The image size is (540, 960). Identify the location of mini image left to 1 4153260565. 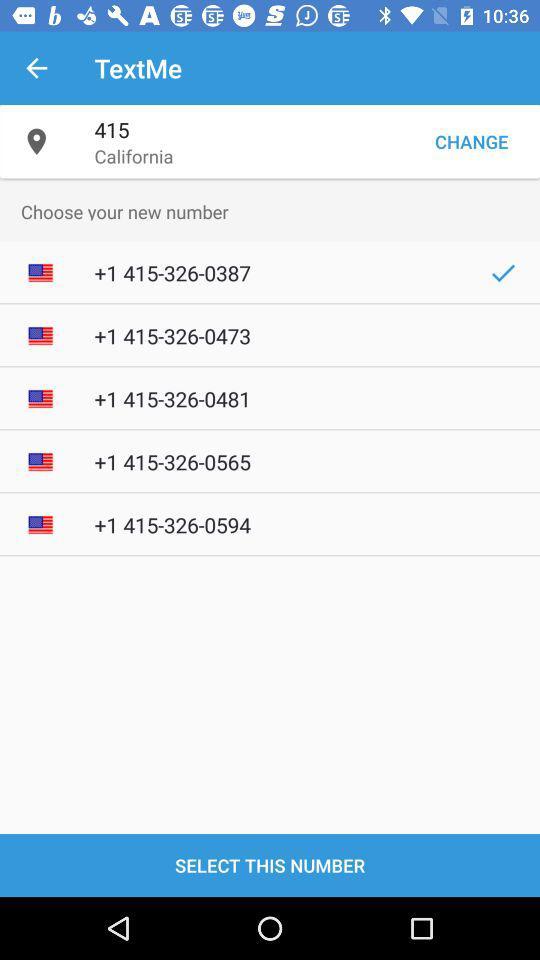
(40, 461).